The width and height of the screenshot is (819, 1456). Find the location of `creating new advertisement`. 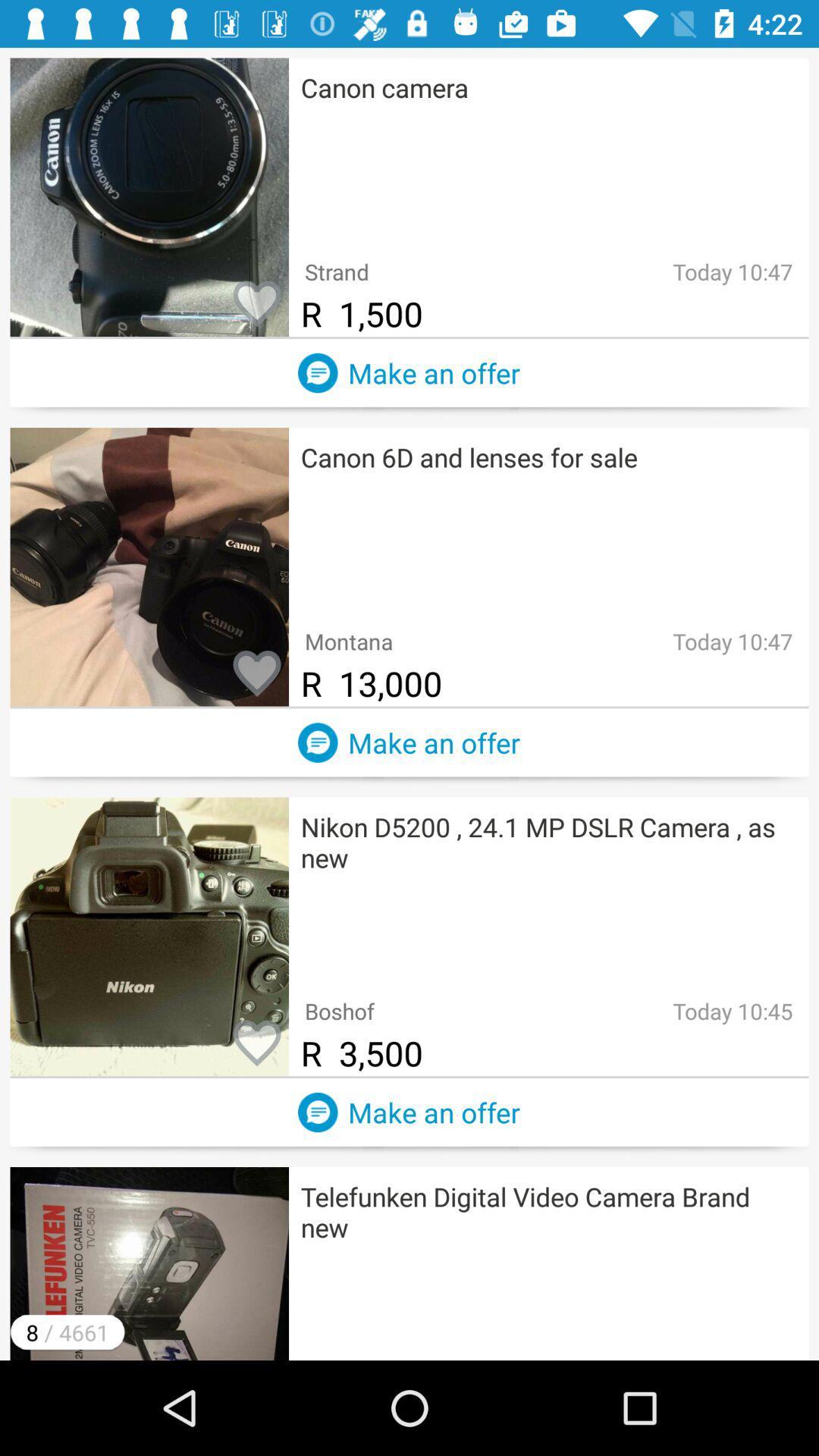

creating new advertisement is located at coordinates (317, 742).